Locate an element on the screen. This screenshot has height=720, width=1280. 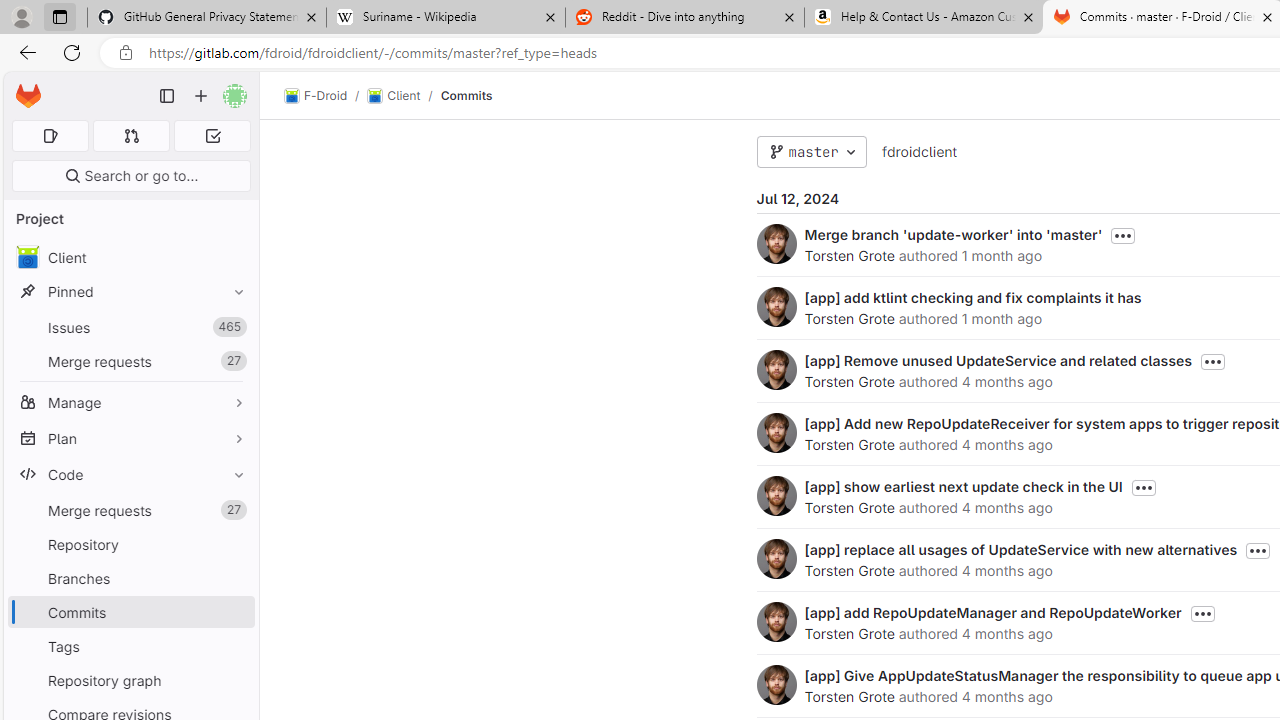
'Merge branch ' is located at coordinates (952, 233).